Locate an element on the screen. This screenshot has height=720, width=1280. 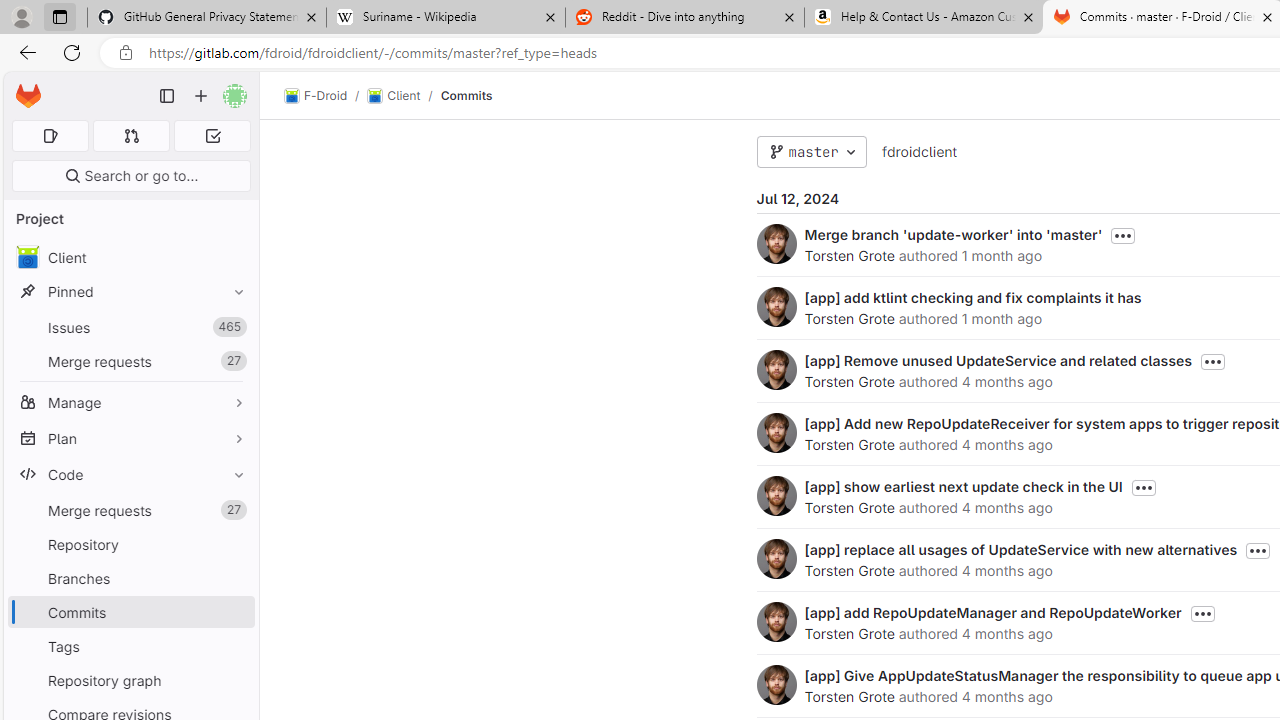
'Merge branch ' is located at coordinates (952, 233).